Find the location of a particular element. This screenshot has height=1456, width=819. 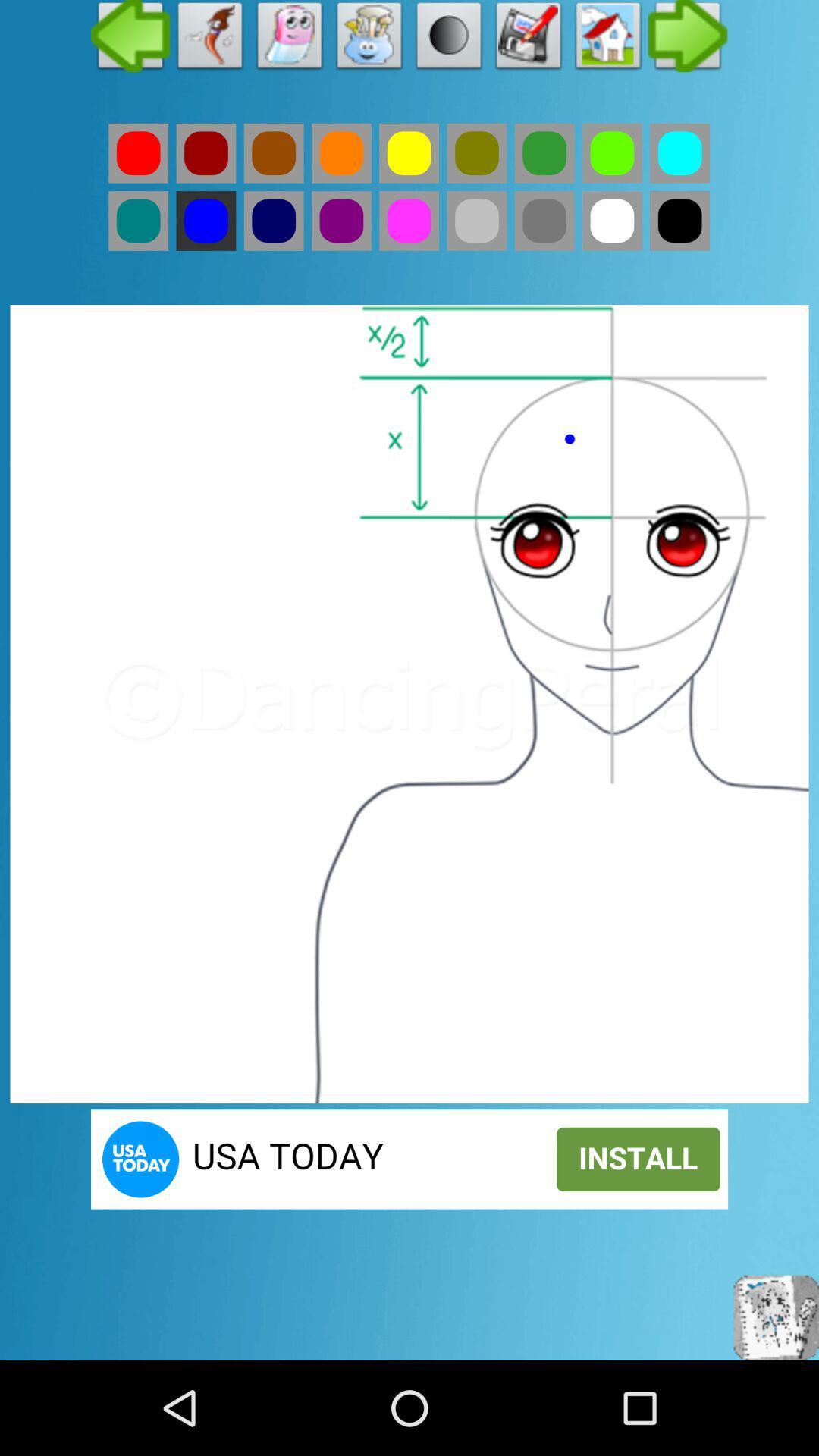

this color is located at coordinates (274, 153).